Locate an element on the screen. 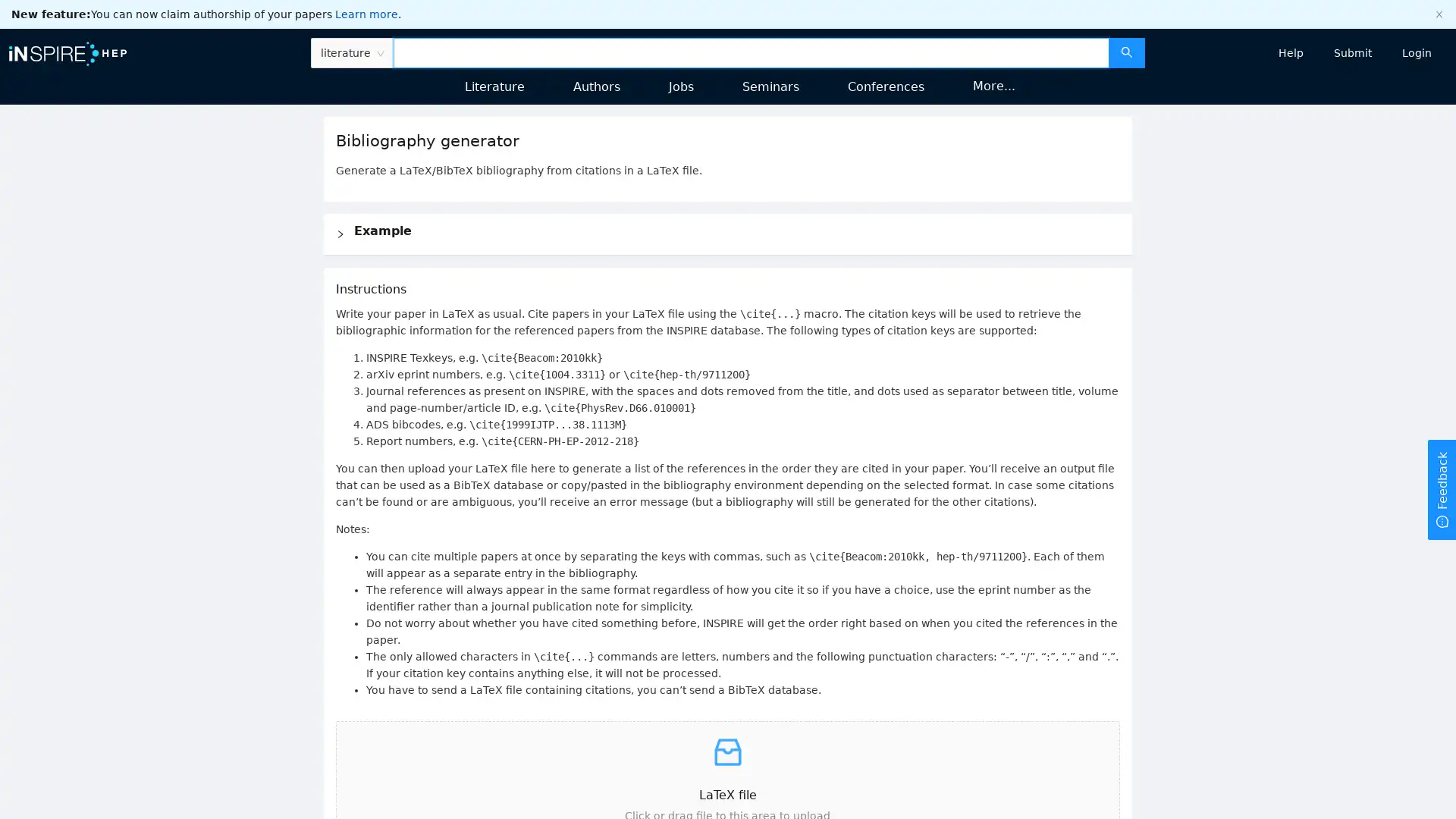  search is located at coordinates (1125, 52).